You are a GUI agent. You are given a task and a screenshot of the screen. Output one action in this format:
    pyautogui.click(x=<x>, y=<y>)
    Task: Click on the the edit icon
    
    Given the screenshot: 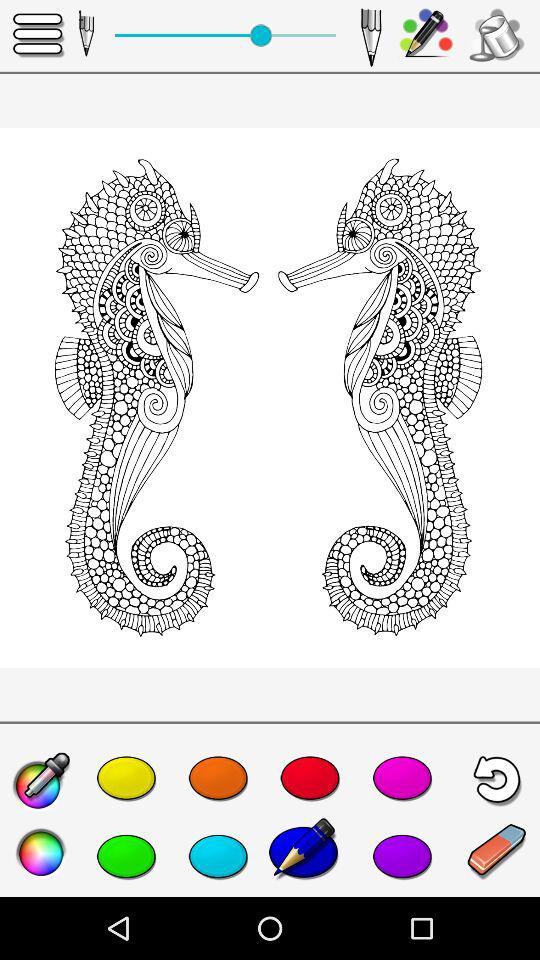 What is the action you would take?
    pyautogui.click(x=41, y=782)
    